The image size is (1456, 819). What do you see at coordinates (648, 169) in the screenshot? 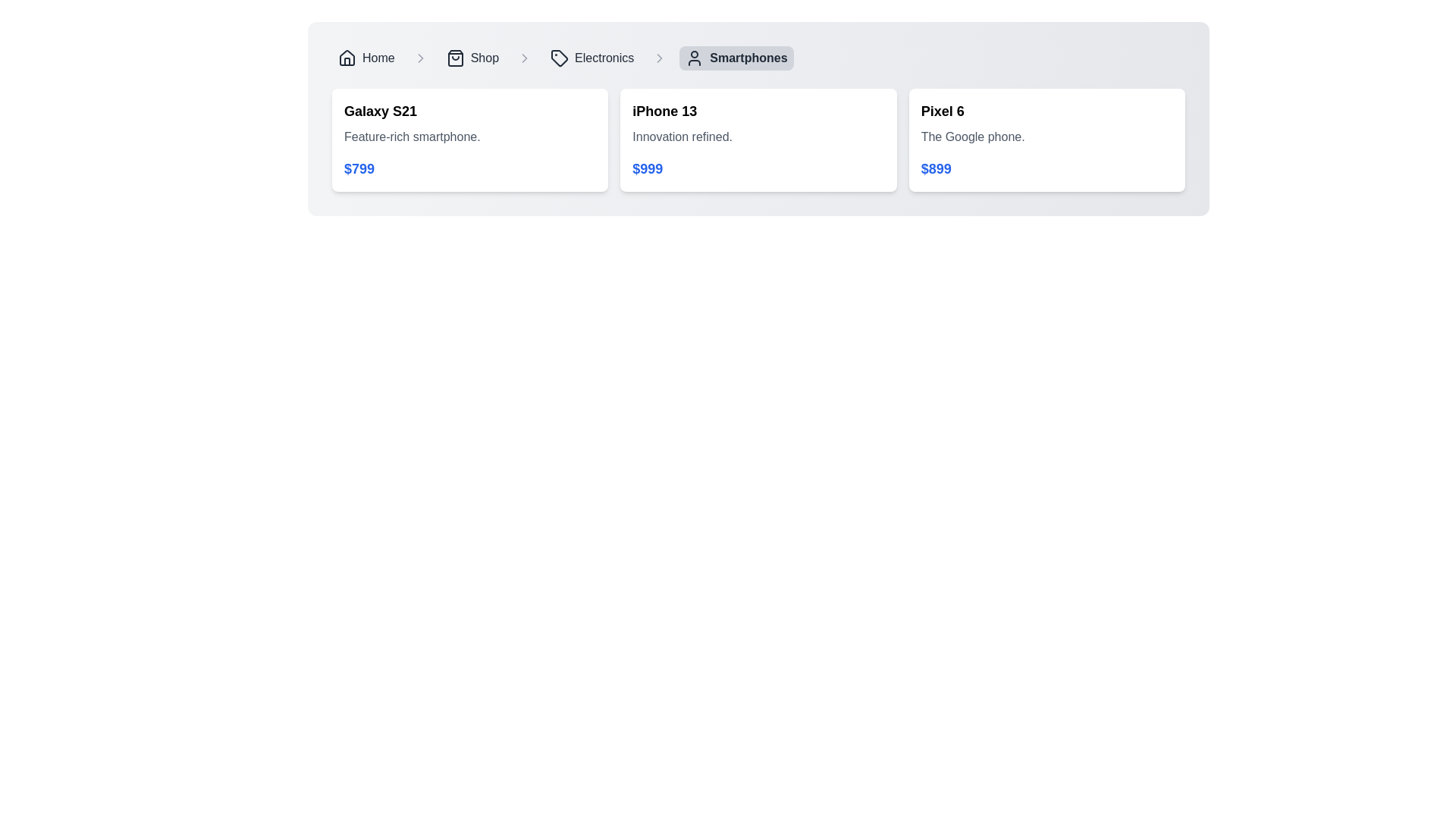
I see `price information displayed in the text label located beneath the descriptive text 'Innovation refined.' in the second card of three cards, which shows the price '$999'` at bounding box center [648, 169].